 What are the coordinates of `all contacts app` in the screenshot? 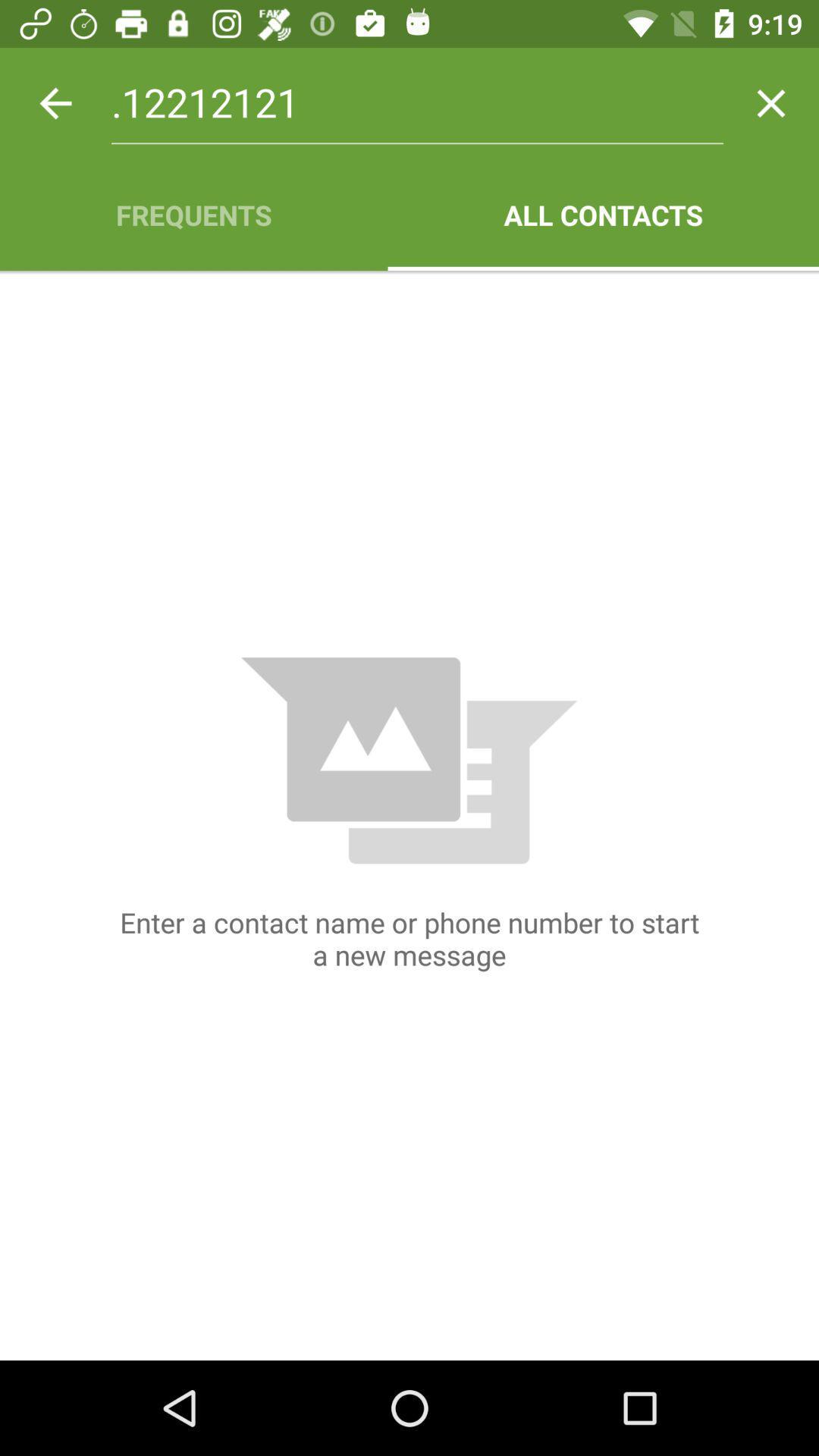 It's located at (602, 214).